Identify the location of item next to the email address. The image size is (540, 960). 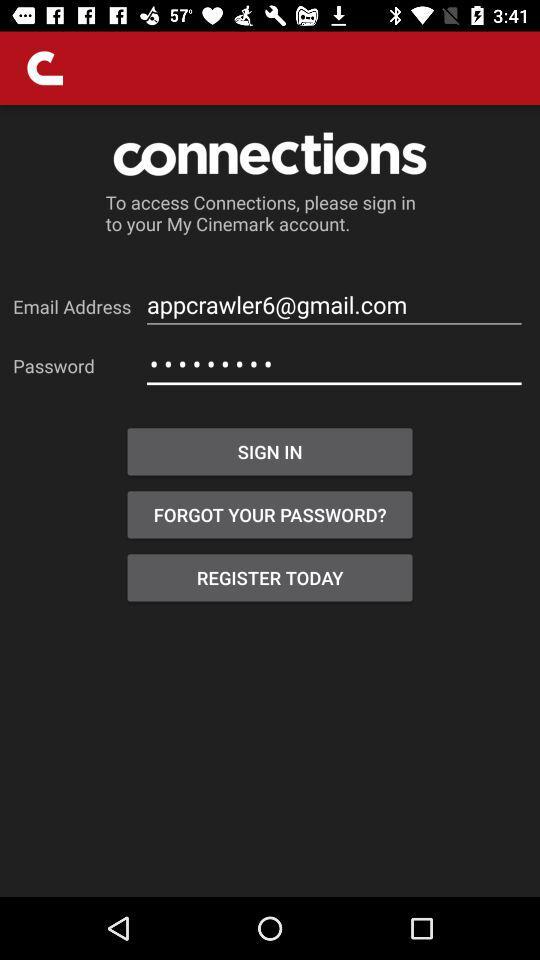
(334, 305).